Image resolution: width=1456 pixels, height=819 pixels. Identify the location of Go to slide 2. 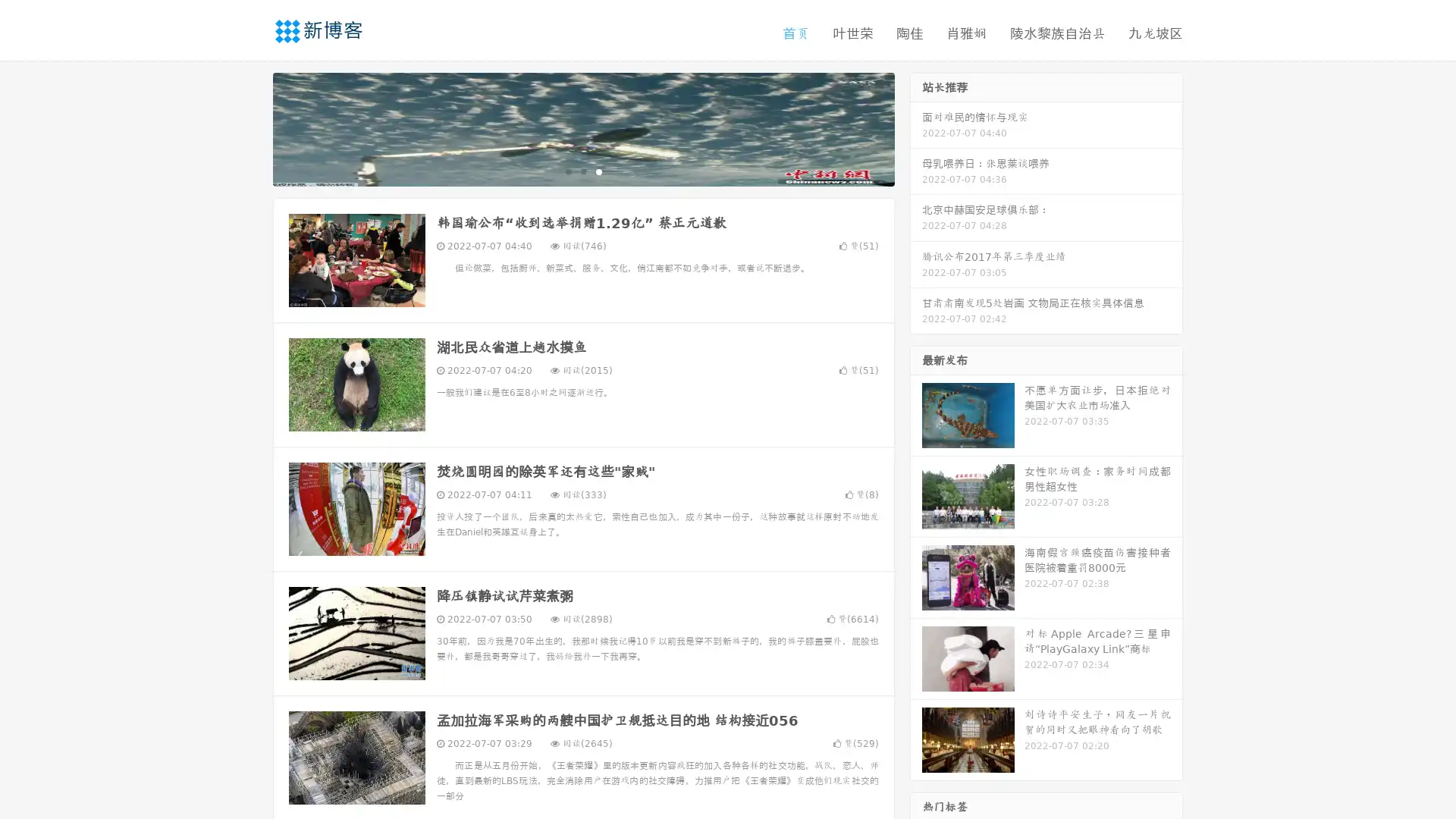
(582, 171).